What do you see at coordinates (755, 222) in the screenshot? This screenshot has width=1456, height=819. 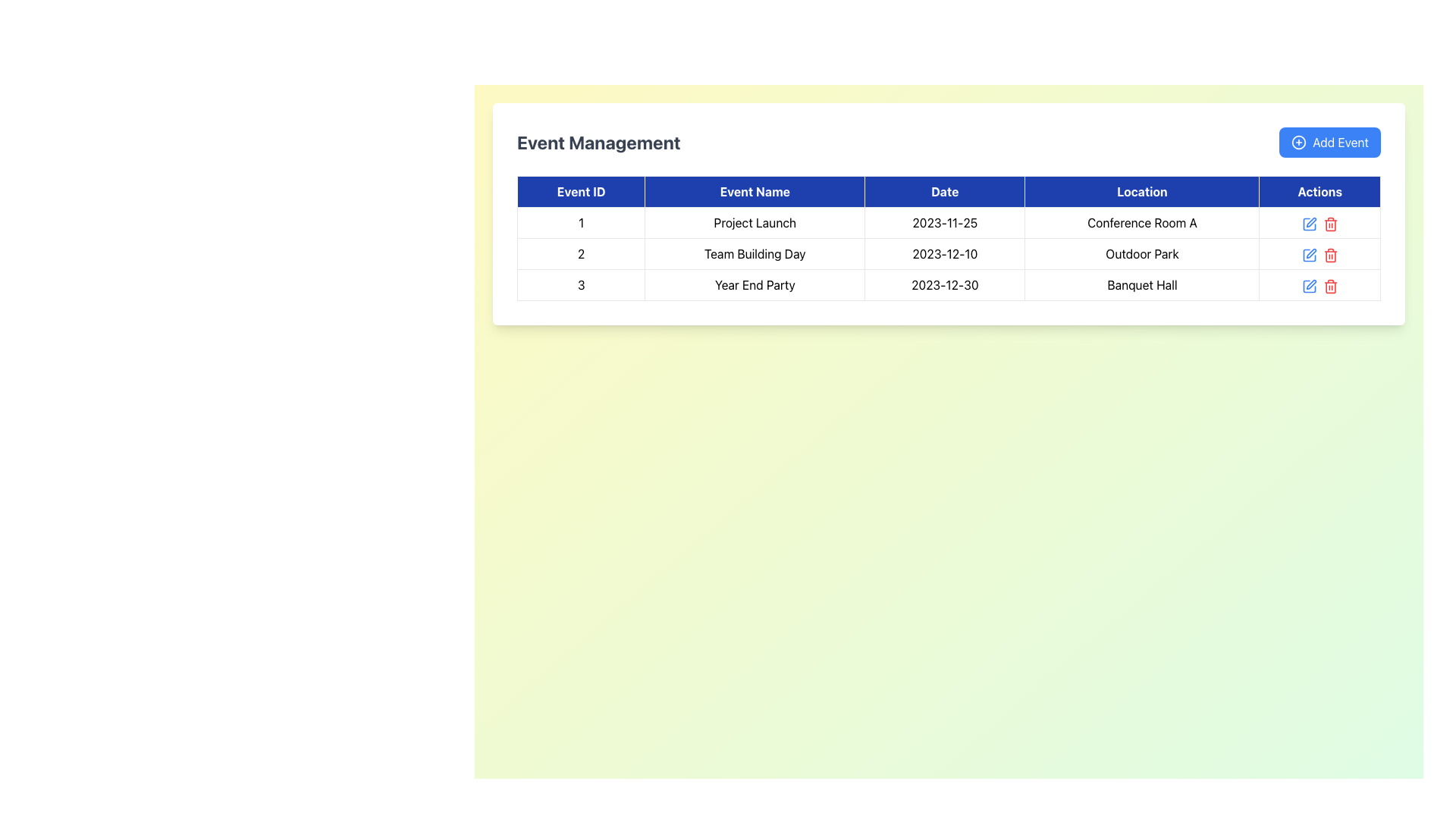 I see `the Text Label displaying the event's name located in the second column of the first row of the table, adjacent to the 'Event ID' and 'Date' columns` at bounding box center [755, 222].